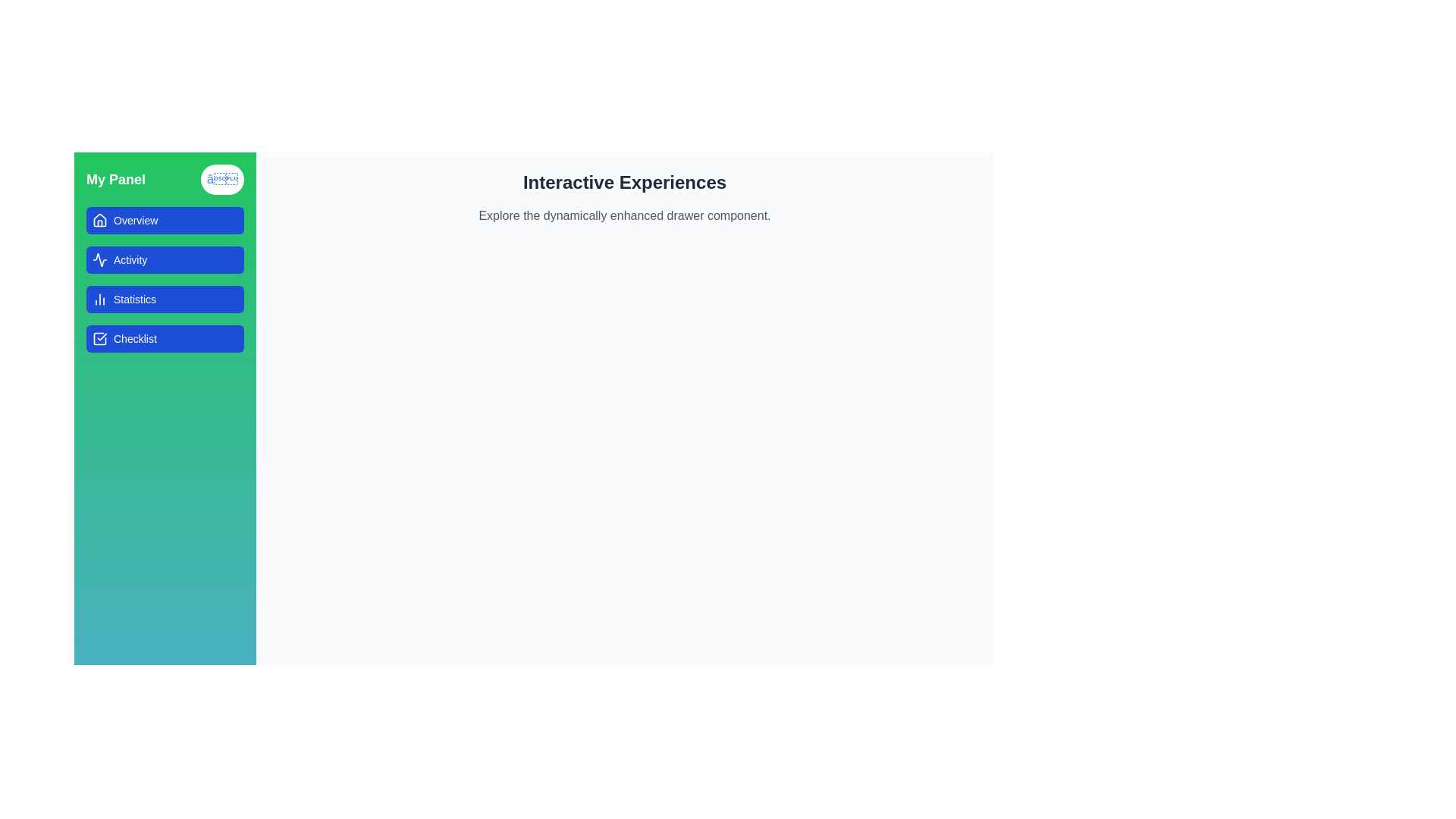 Image resolution: width=1456 pixels, height=819 pixels. I want to click on the checklist icon located in the left sidebar, adjacent to the 'Checklist' button text, so click(99, 338).